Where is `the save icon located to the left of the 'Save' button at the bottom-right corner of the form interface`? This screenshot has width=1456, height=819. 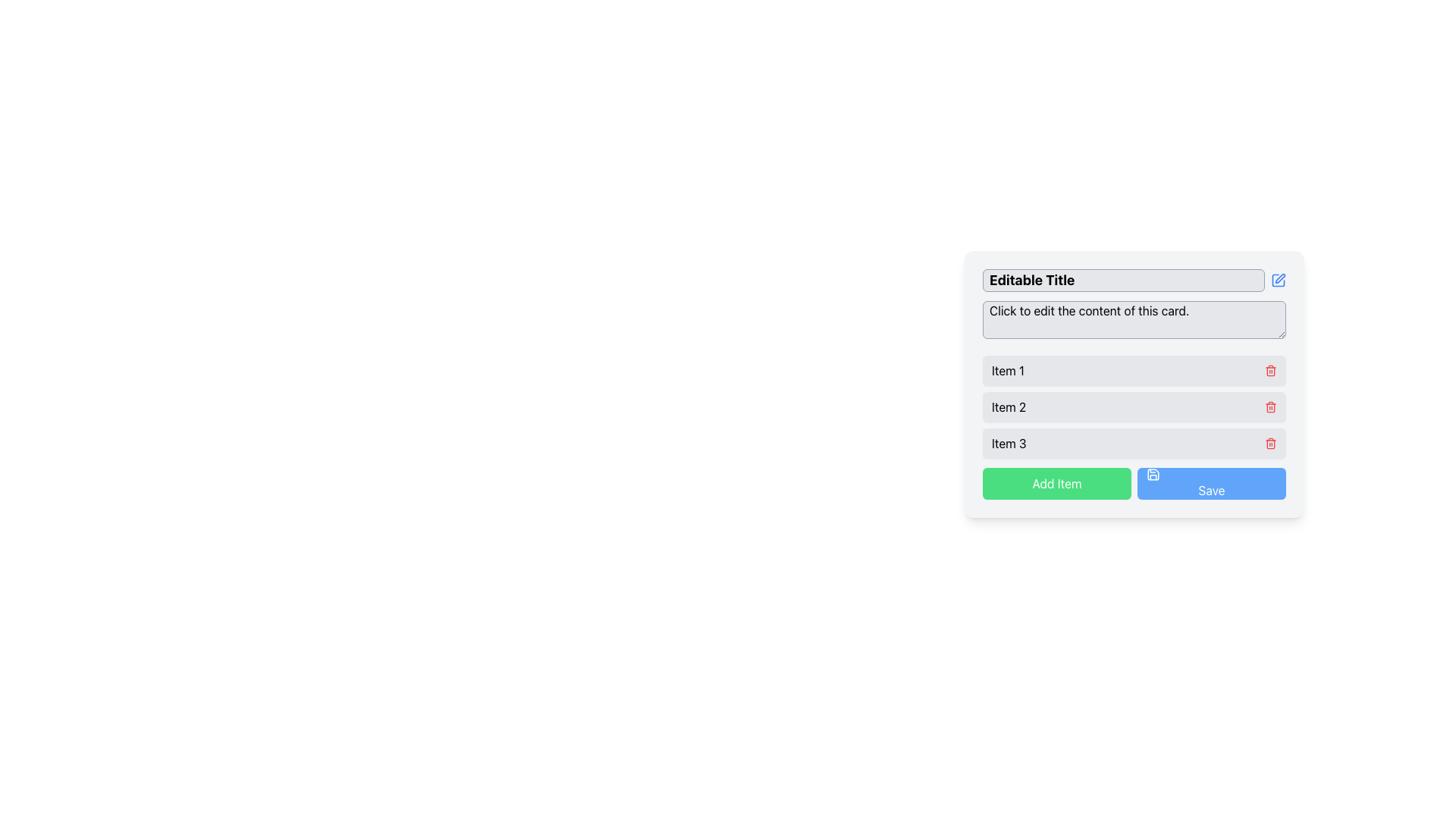 the save icon located to the left of the 'Save' button at the bottom-right corner of the form interface is located at coordinates (1153, 473).